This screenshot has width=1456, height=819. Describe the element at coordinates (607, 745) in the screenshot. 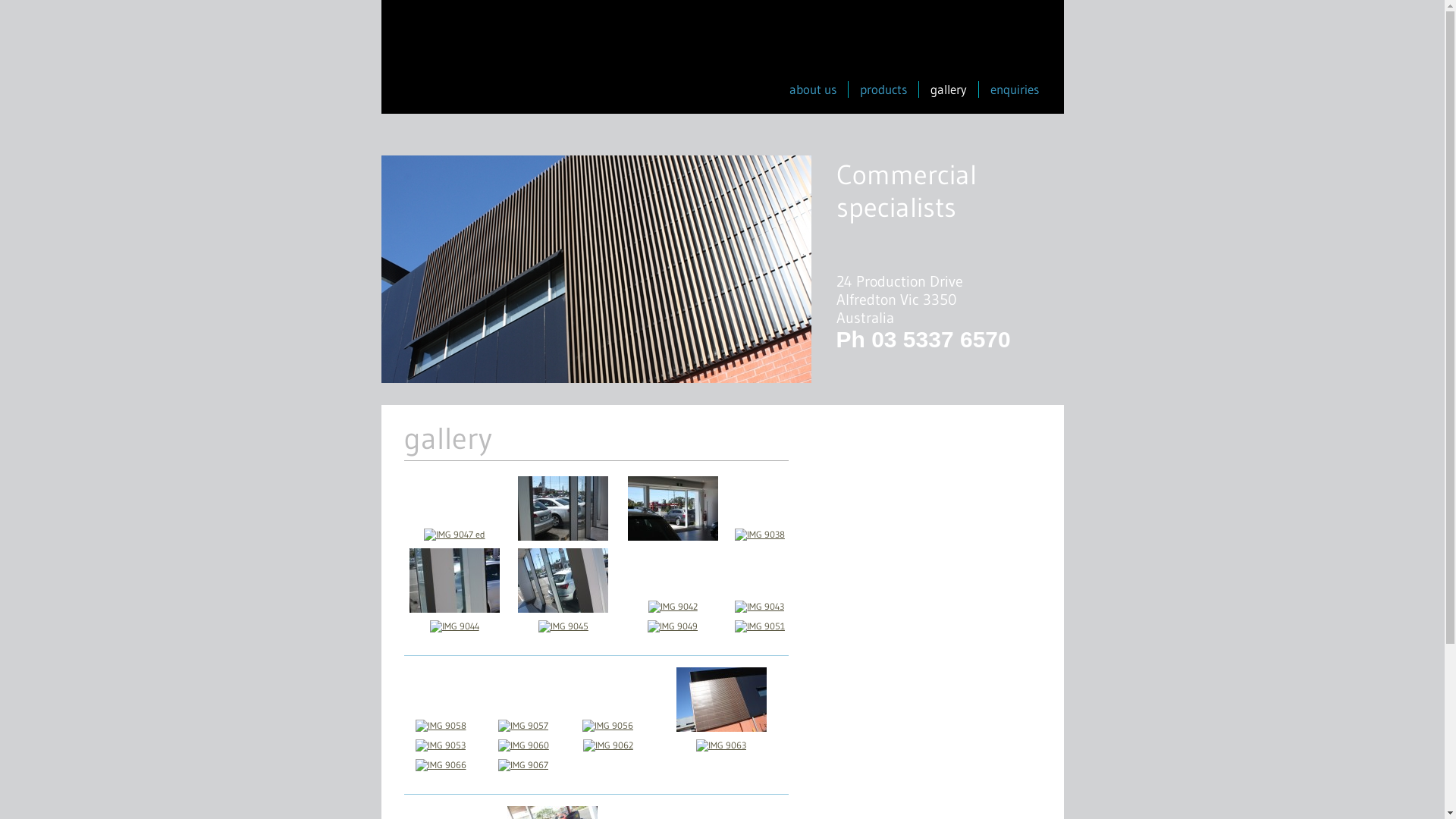

I see `'IMG 9062'` at that location.